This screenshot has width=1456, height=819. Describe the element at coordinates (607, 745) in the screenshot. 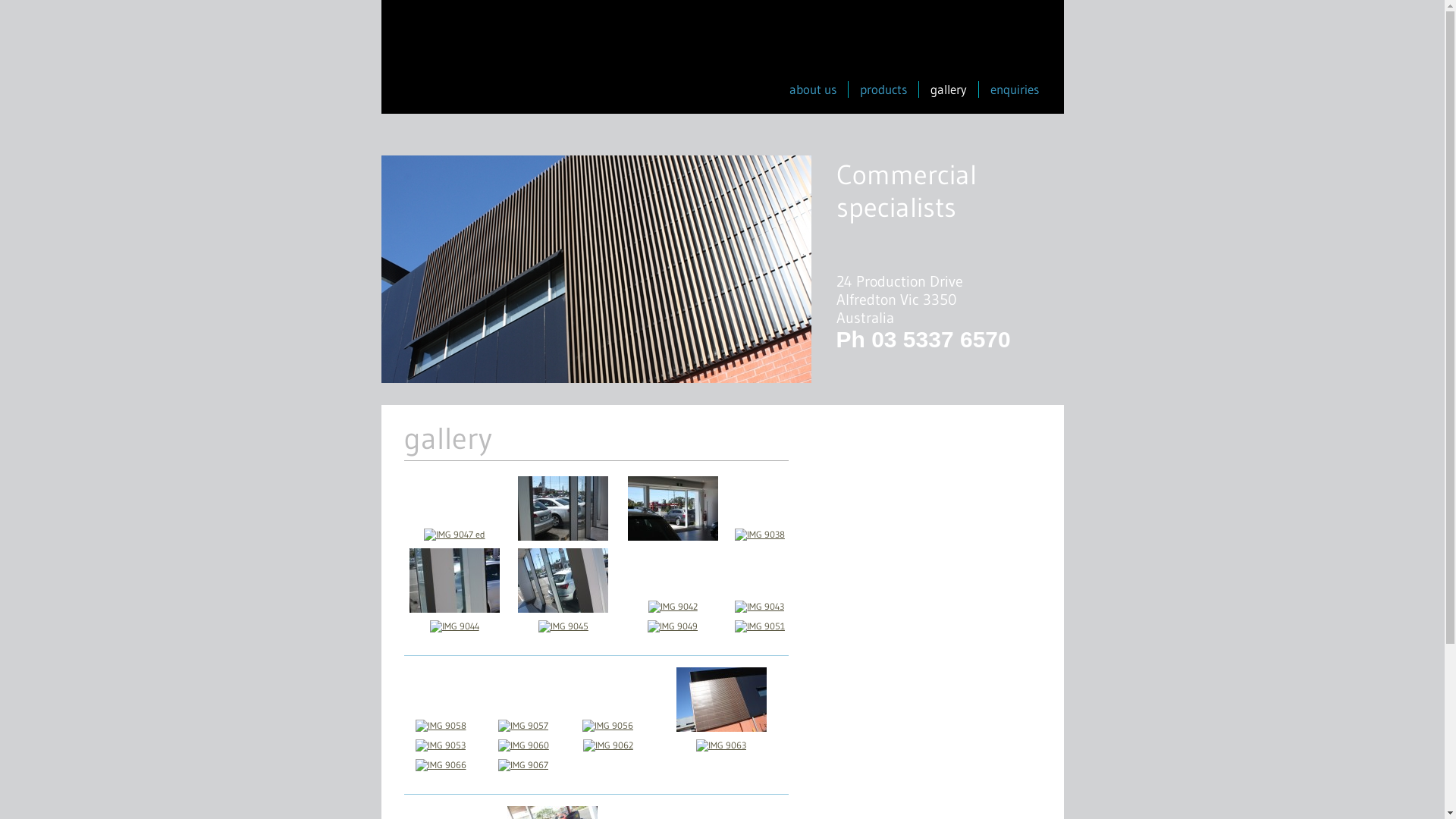

I see `'IMG 9062'` at that location.